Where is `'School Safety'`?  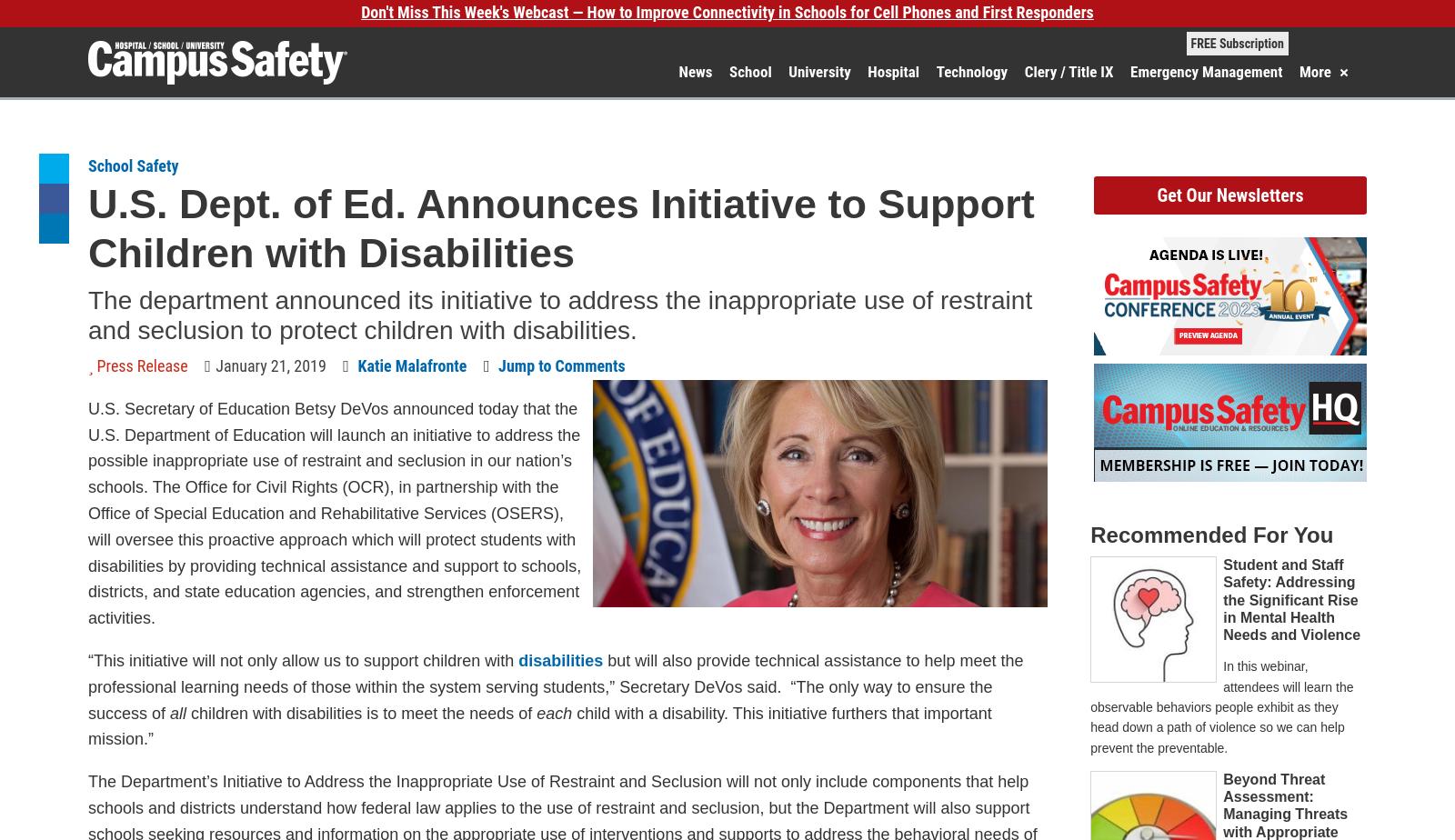
'School Safety' is located at coordinates (86, 165).